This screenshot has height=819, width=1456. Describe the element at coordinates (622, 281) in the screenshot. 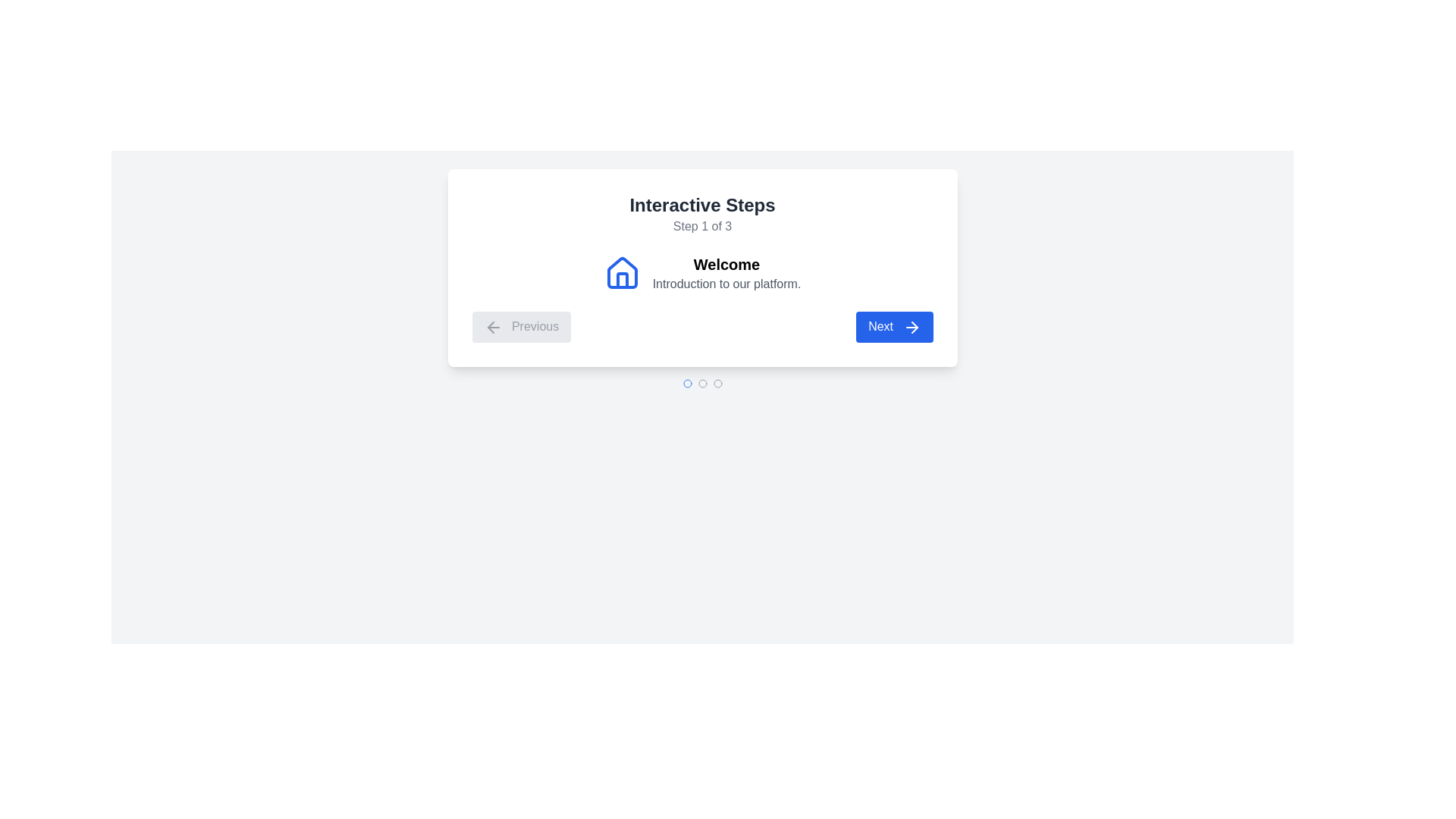

I see `the door icon located in the lower central portion of the house icon within the interface card` at that location.